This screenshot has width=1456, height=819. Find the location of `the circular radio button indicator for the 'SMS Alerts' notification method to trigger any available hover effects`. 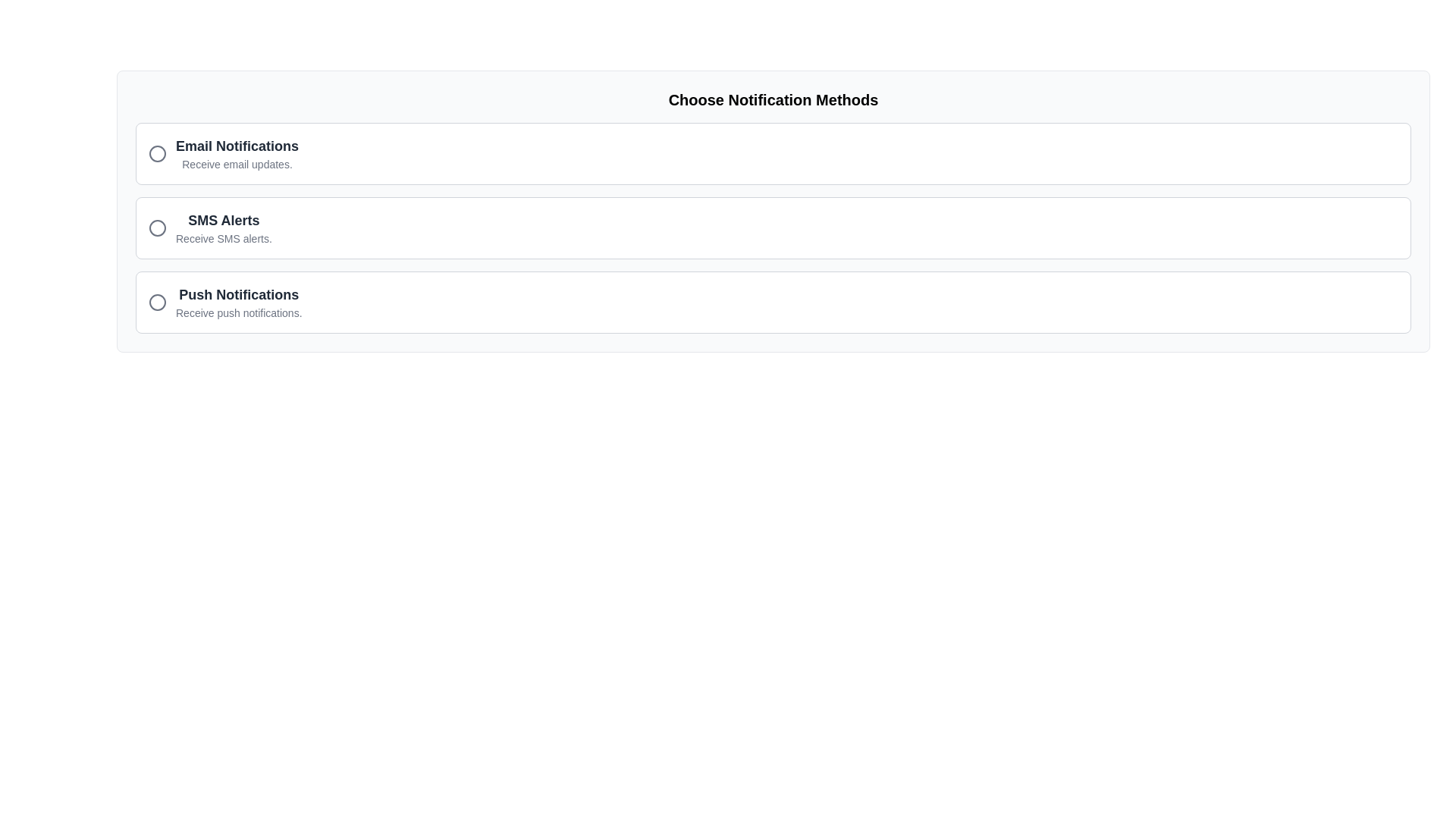

the circular radio button indicator for the 'SMS Alerts' notification method to trigger any available hover effects is located at coordinates (157, 227).